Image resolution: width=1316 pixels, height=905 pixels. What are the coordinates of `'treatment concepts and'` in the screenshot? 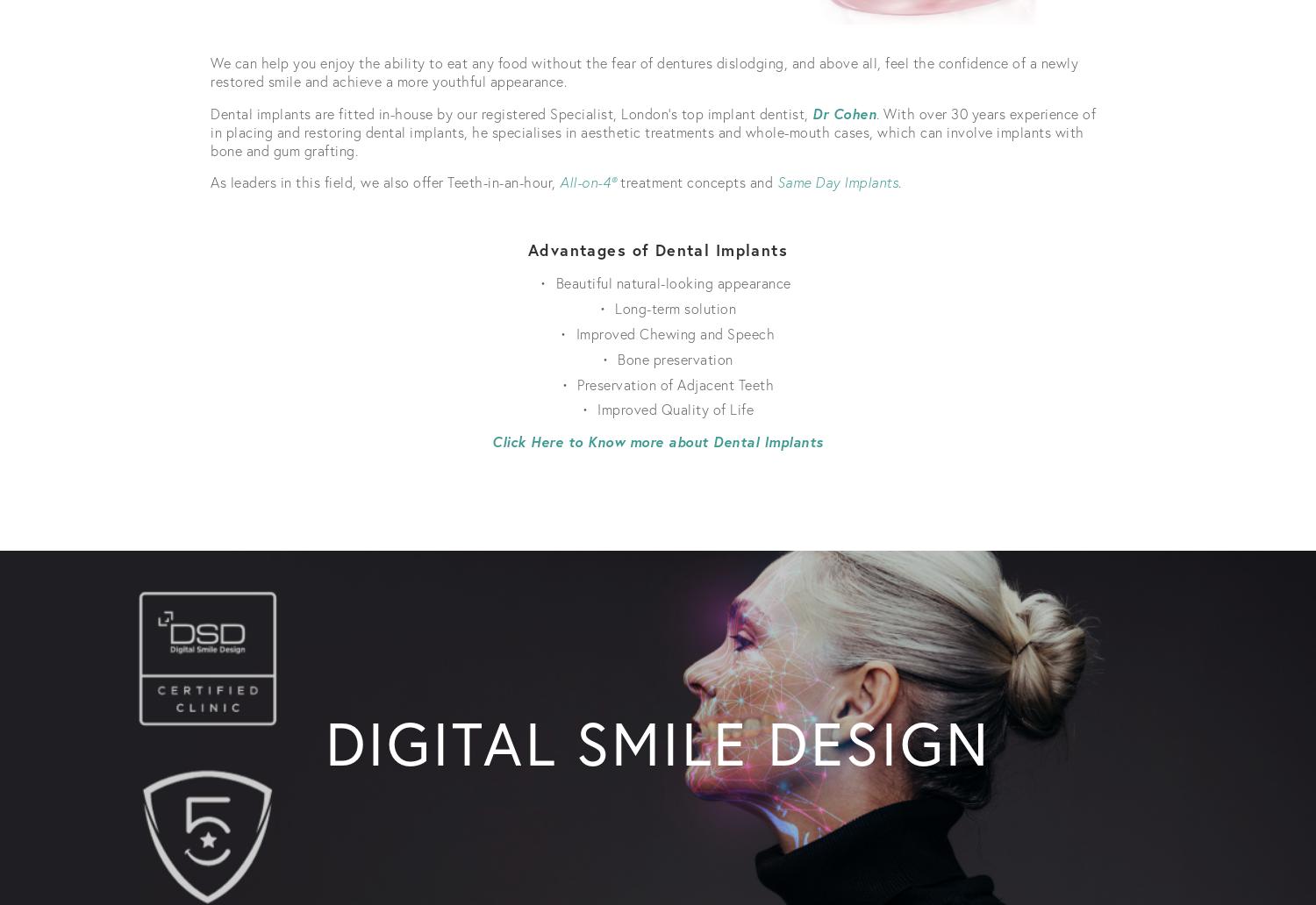 It's located at (615, 181).